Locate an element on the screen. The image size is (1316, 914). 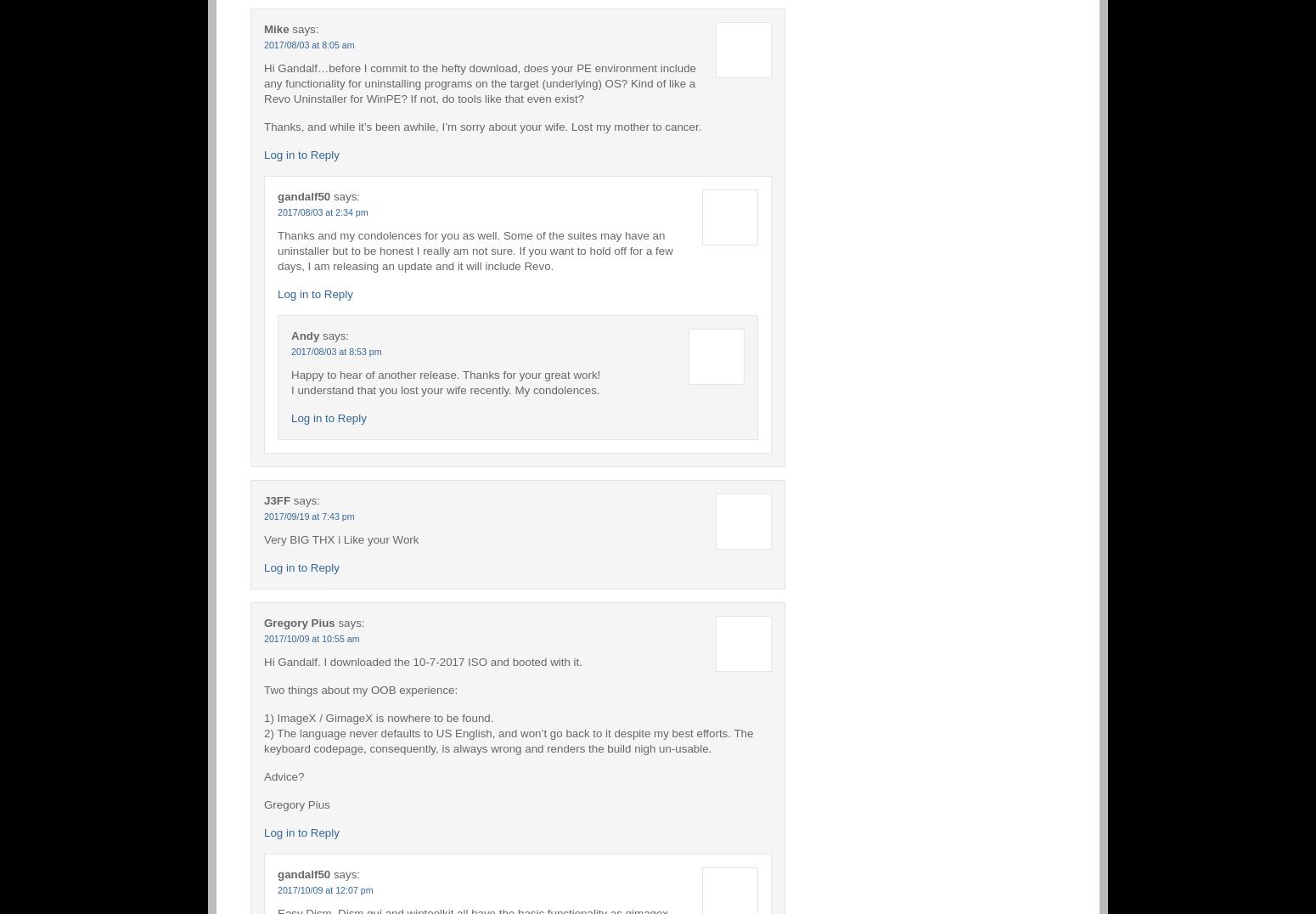
'Advice?' is located at coordinates (283, 775).